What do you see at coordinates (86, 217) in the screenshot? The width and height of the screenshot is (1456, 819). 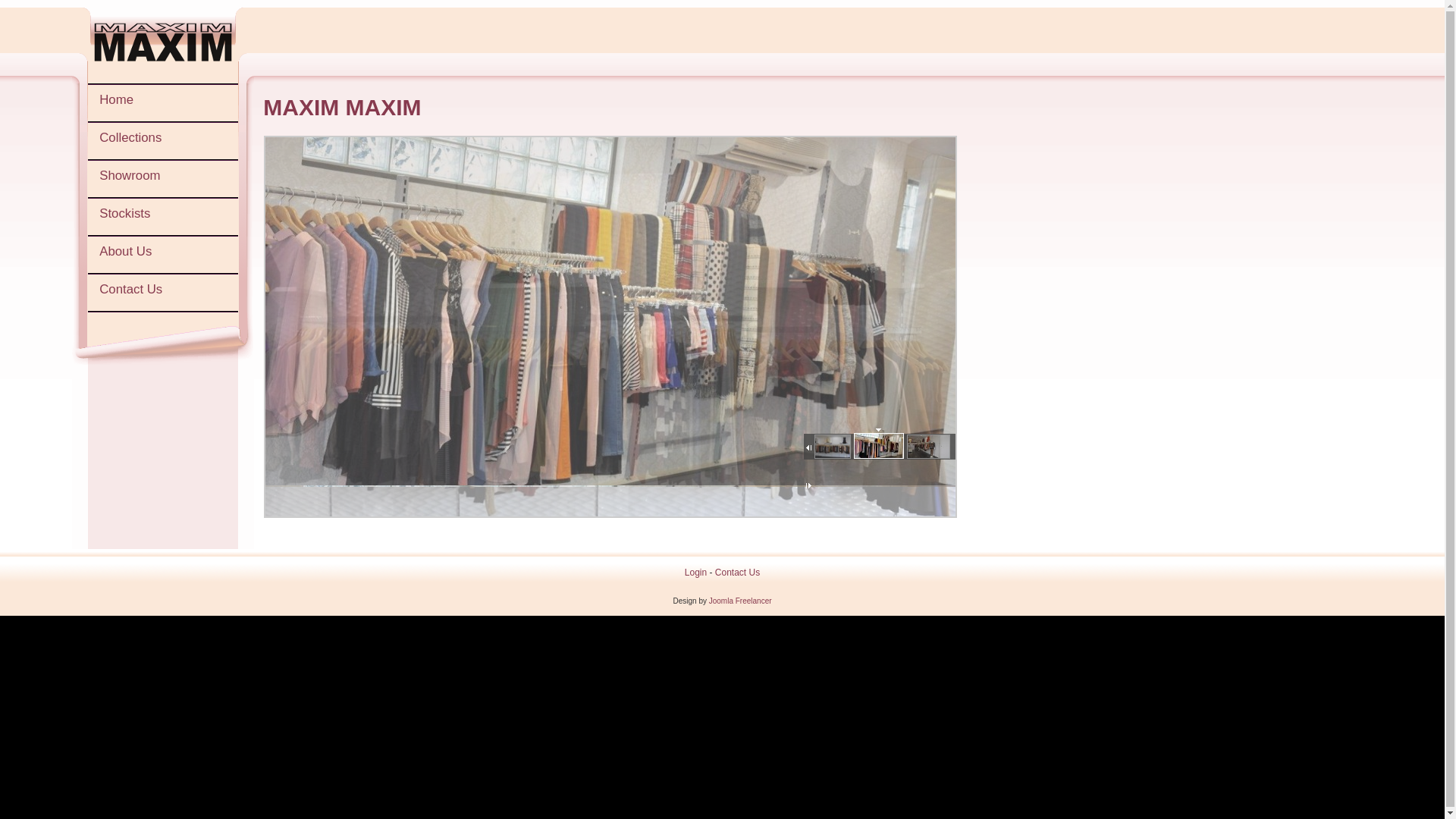 I see `'Stockists'` at bounding box center [86, 217].